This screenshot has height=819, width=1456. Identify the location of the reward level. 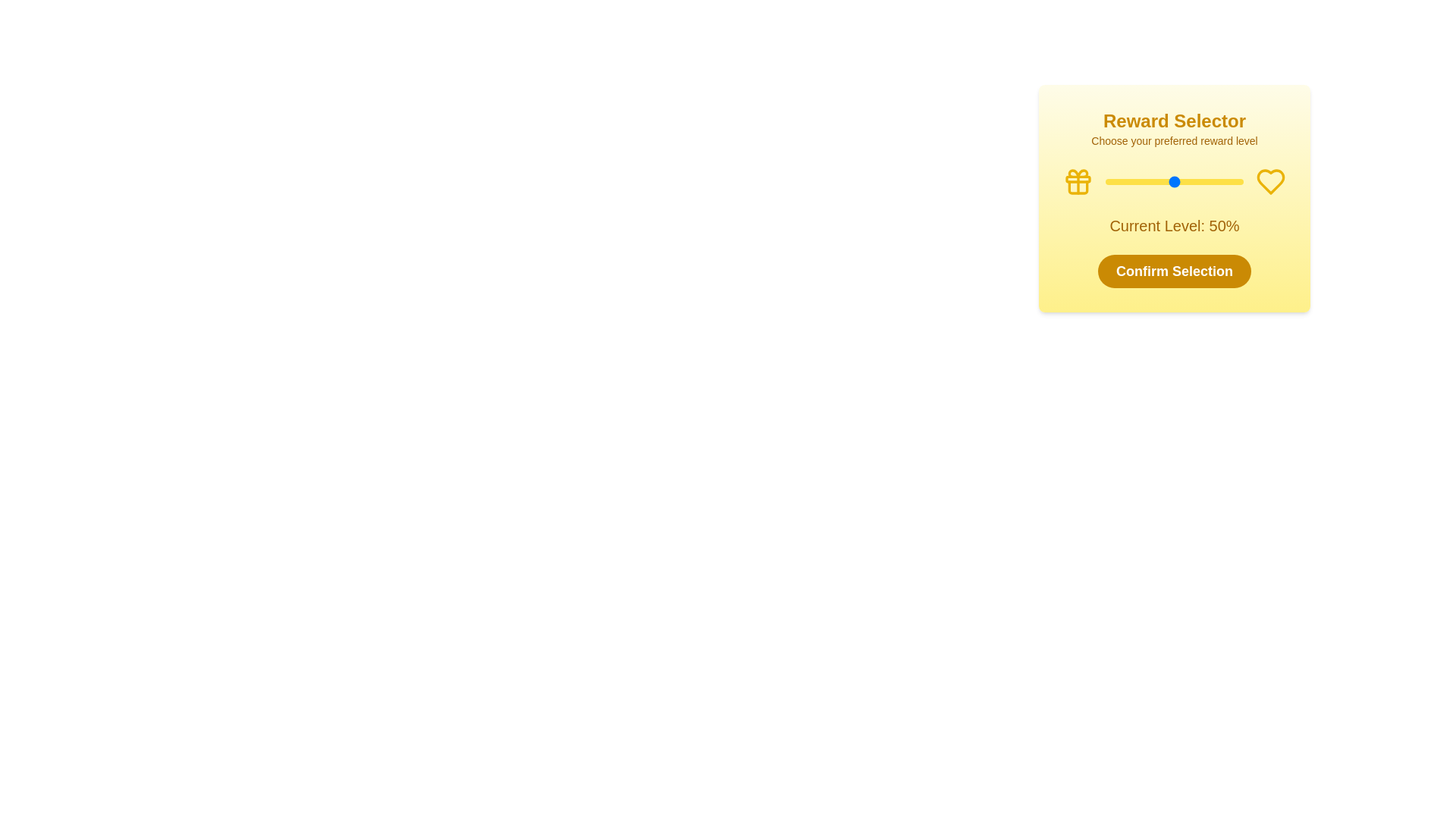
(1205, 180).